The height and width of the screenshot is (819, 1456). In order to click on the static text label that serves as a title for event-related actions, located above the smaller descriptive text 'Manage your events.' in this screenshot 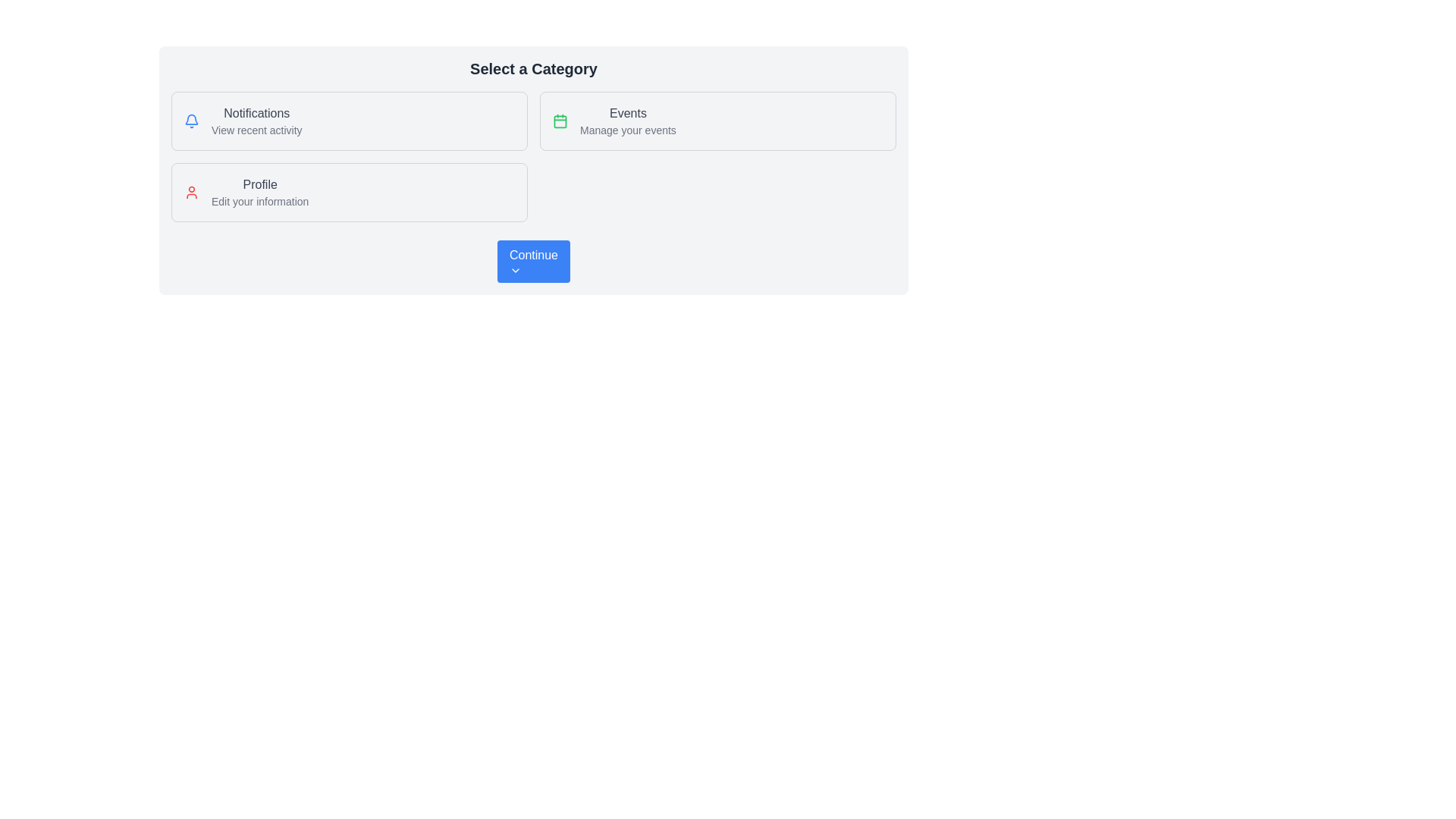, I will do `click(628, 113)`.